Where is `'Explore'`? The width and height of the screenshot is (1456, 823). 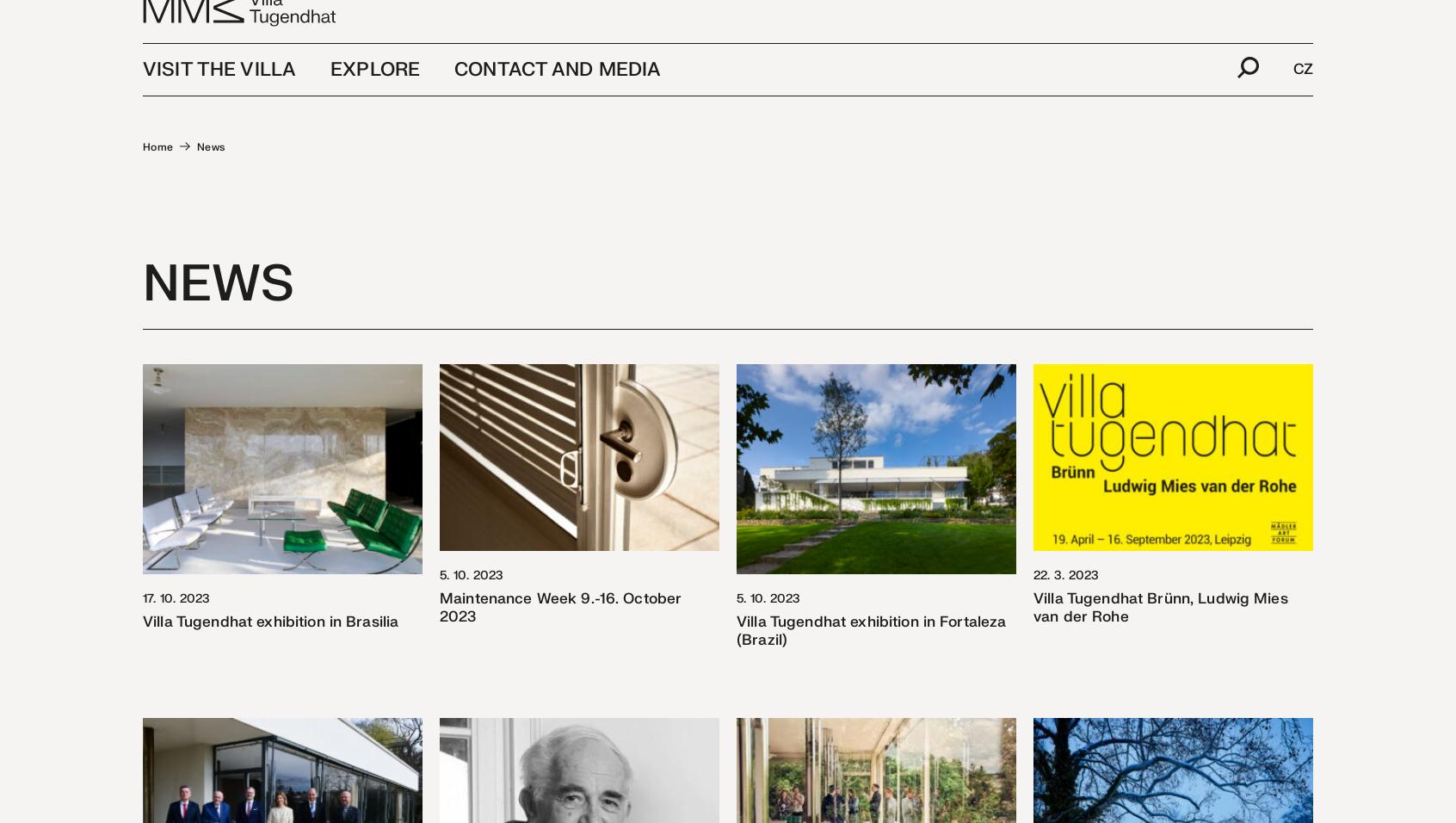 'Explore' is located at coordinates (374, 96).